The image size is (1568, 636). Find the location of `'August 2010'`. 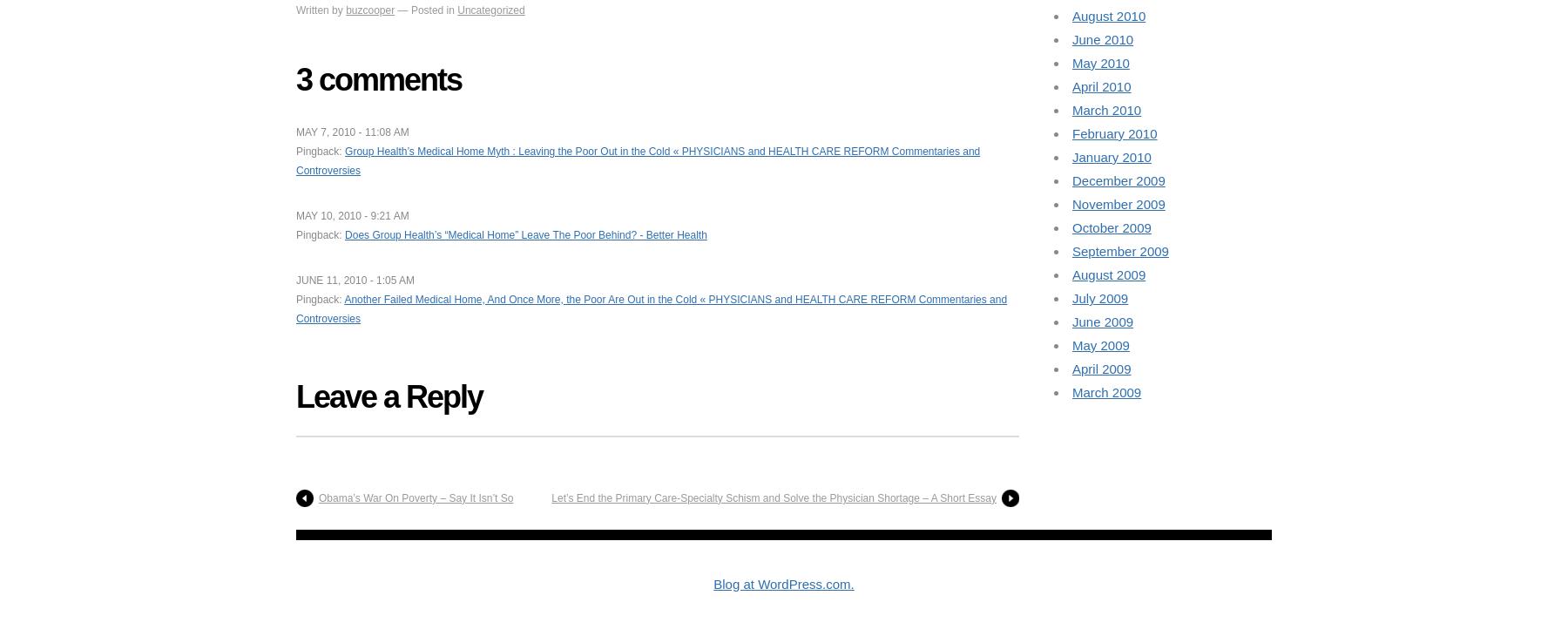

'August 2010' is located at coordinates (1108, 15).